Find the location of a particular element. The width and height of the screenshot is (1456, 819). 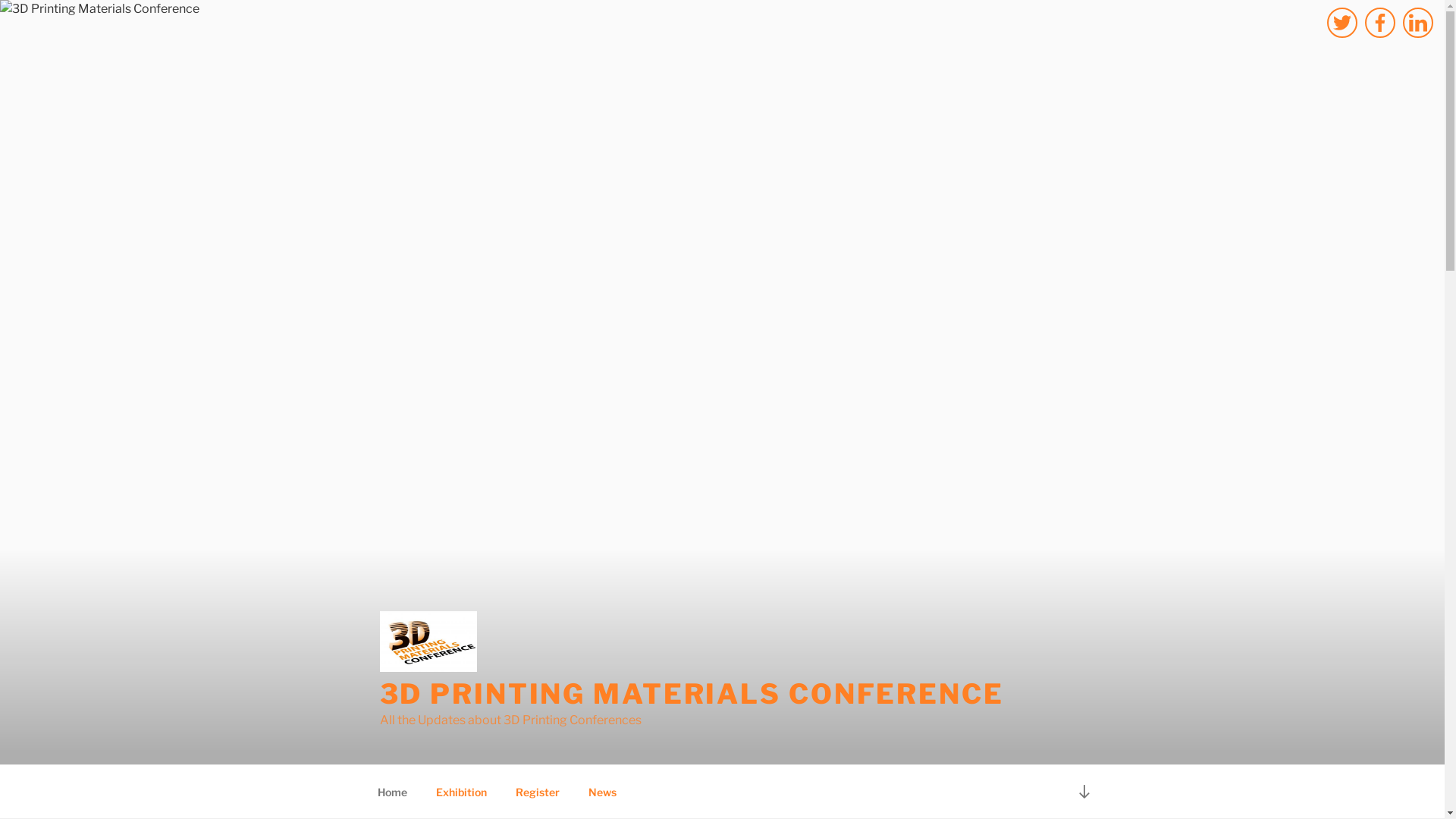

'Scroll down to content' is located at coordinates (1083, 790).